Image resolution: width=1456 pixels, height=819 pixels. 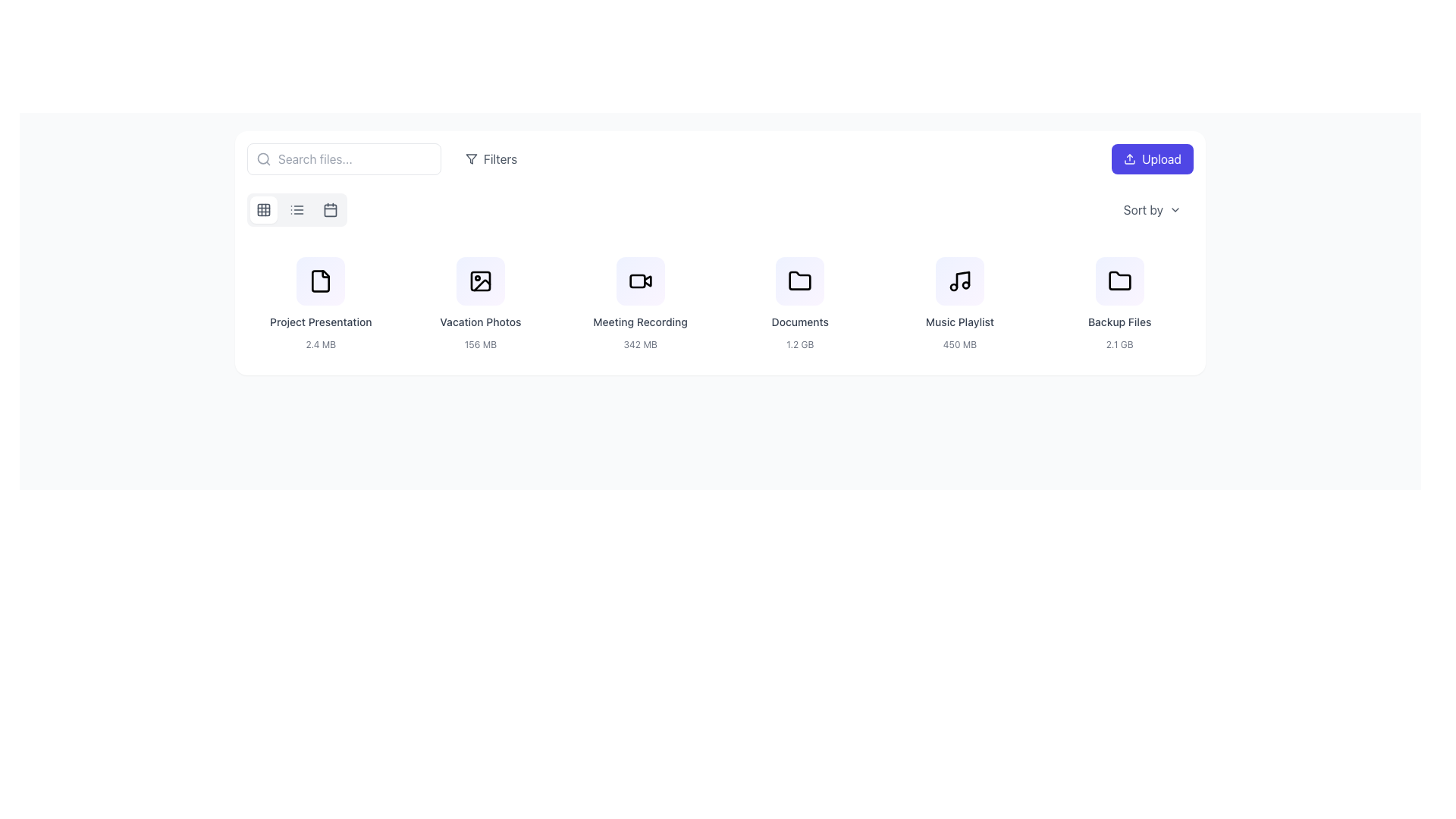 I want to click on the 'Upload' text label within the purple button located in the top-right corner of the interface, so click(x=1161, y=158).